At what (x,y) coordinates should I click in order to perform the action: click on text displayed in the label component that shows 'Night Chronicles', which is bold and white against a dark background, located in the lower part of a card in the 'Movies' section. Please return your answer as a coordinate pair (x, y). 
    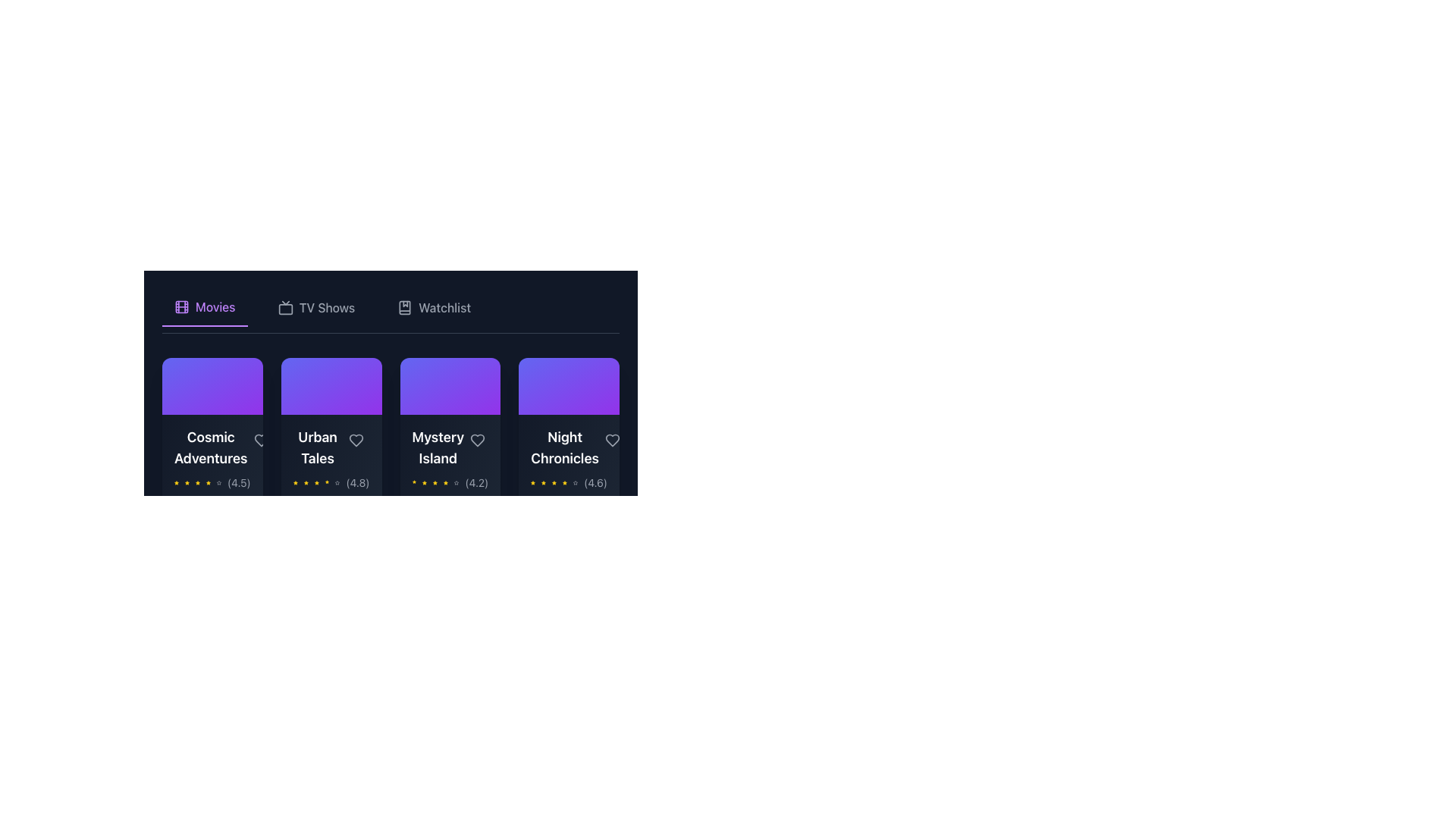
    Looking at the image, I should click on (568, 447).